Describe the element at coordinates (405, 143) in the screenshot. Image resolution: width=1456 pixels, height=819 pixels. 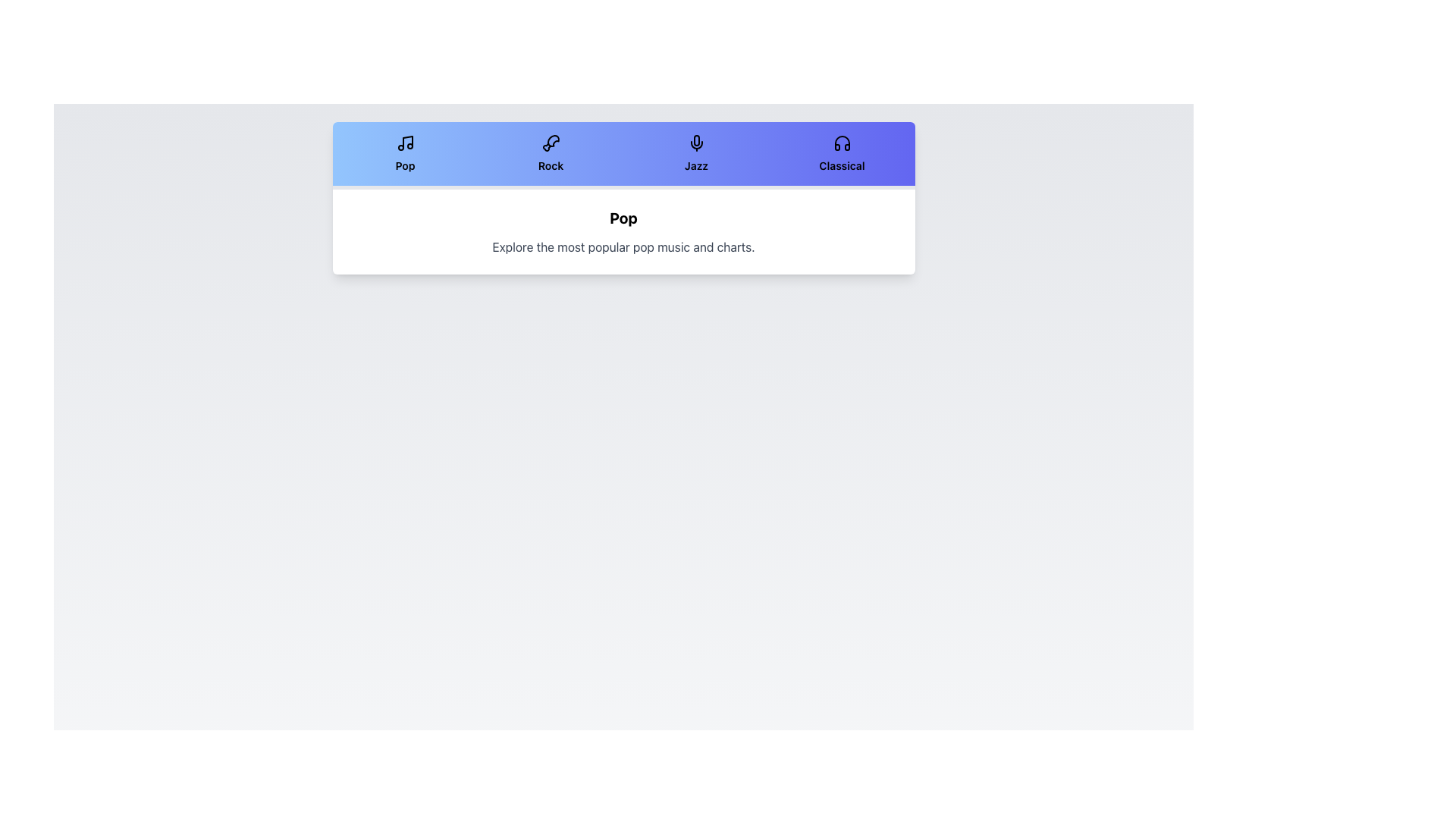
I see `the 'Pop' music genre selection icon in the top-left section of the navigation menu, which is the first icon among similar genre icons` at that location.